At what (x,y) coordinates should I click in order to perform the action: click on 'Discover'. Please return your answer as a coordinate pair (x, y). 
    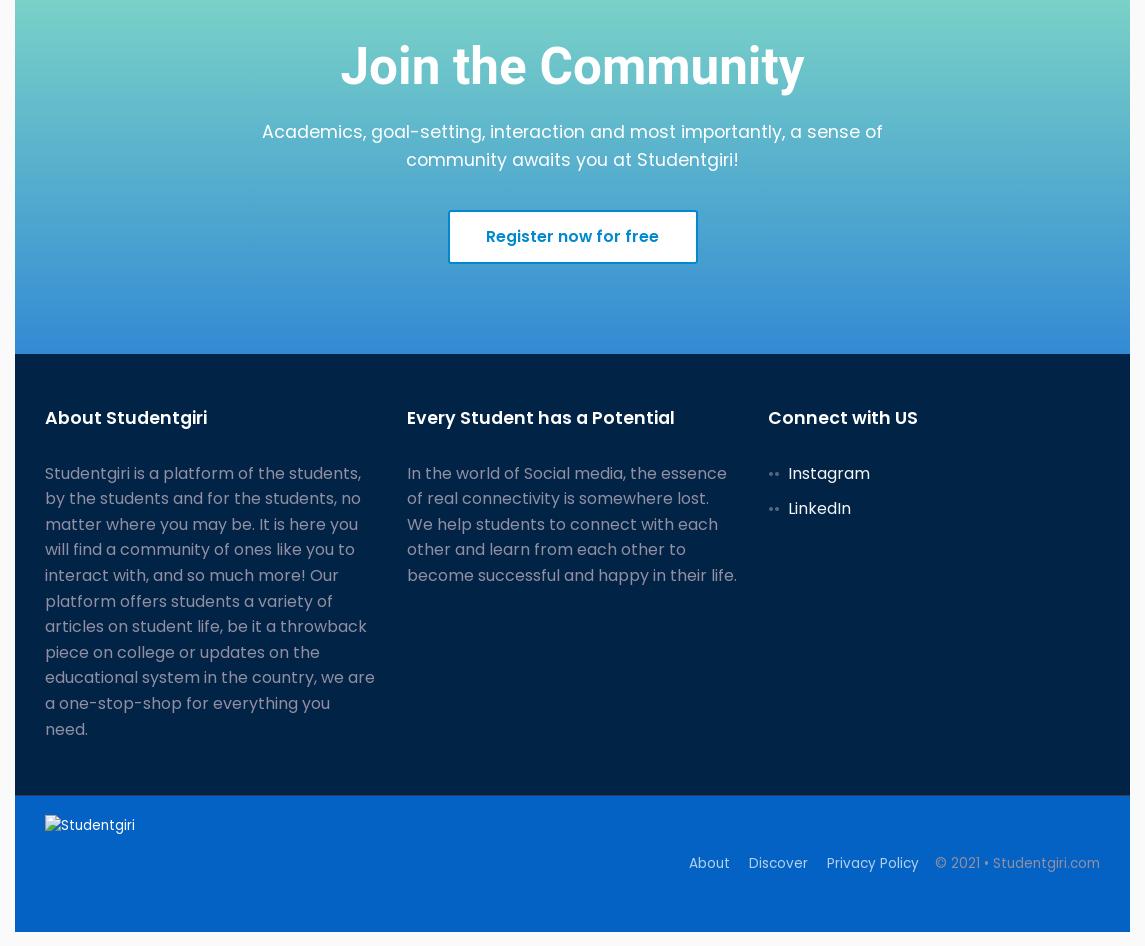
    Looking at the image, I should click on (777, 863).